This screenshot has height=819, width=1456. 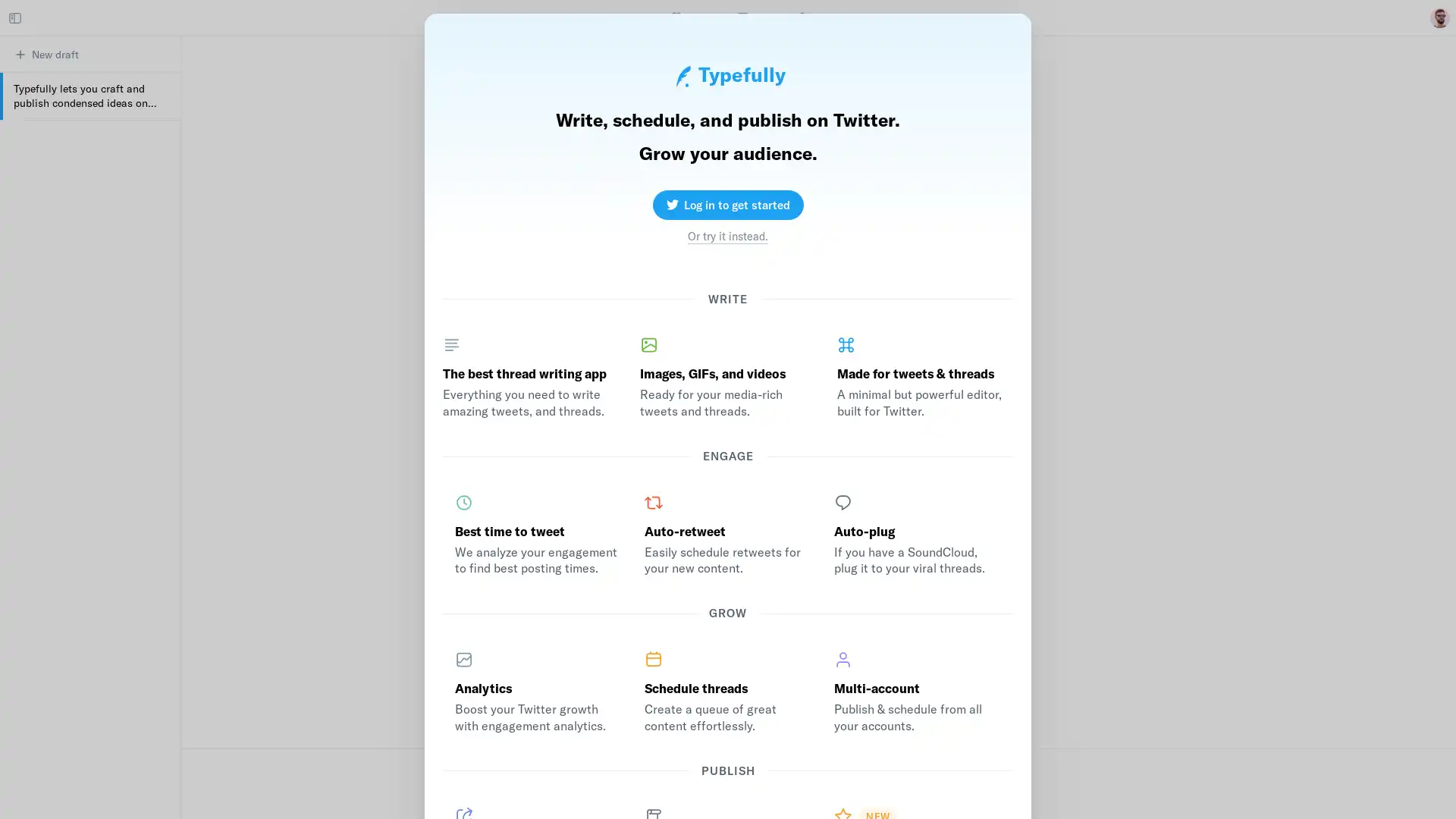 What do you see at coordinates (715, 795) in the screenshot?
I see `Schedule` at bounding box center [715, 795].